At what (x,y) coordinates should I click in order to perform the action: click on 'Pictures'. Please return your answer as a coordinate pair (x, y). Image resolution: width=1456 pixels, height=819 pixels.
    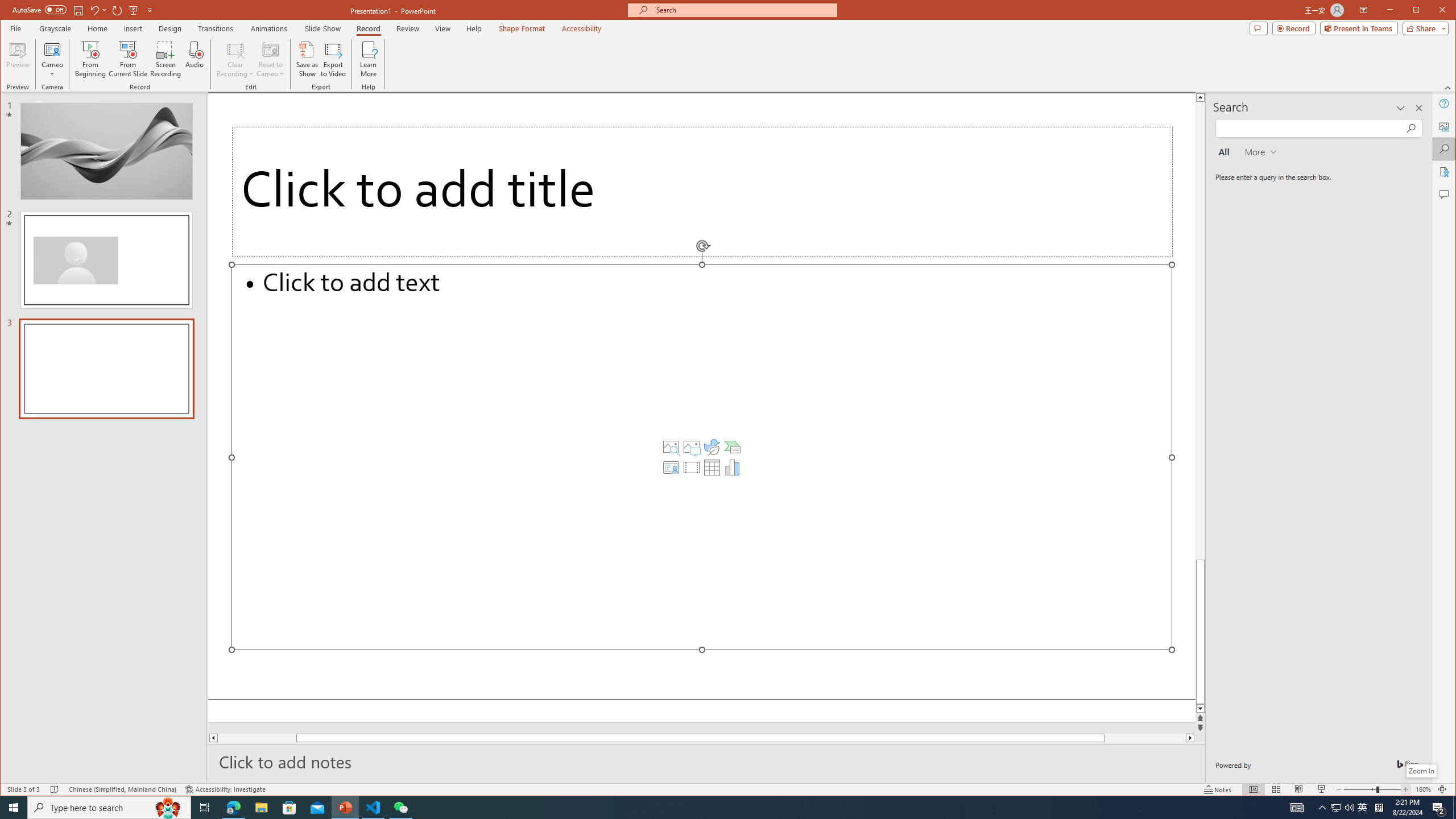
    Looking at the image, I should click on (691, 446).